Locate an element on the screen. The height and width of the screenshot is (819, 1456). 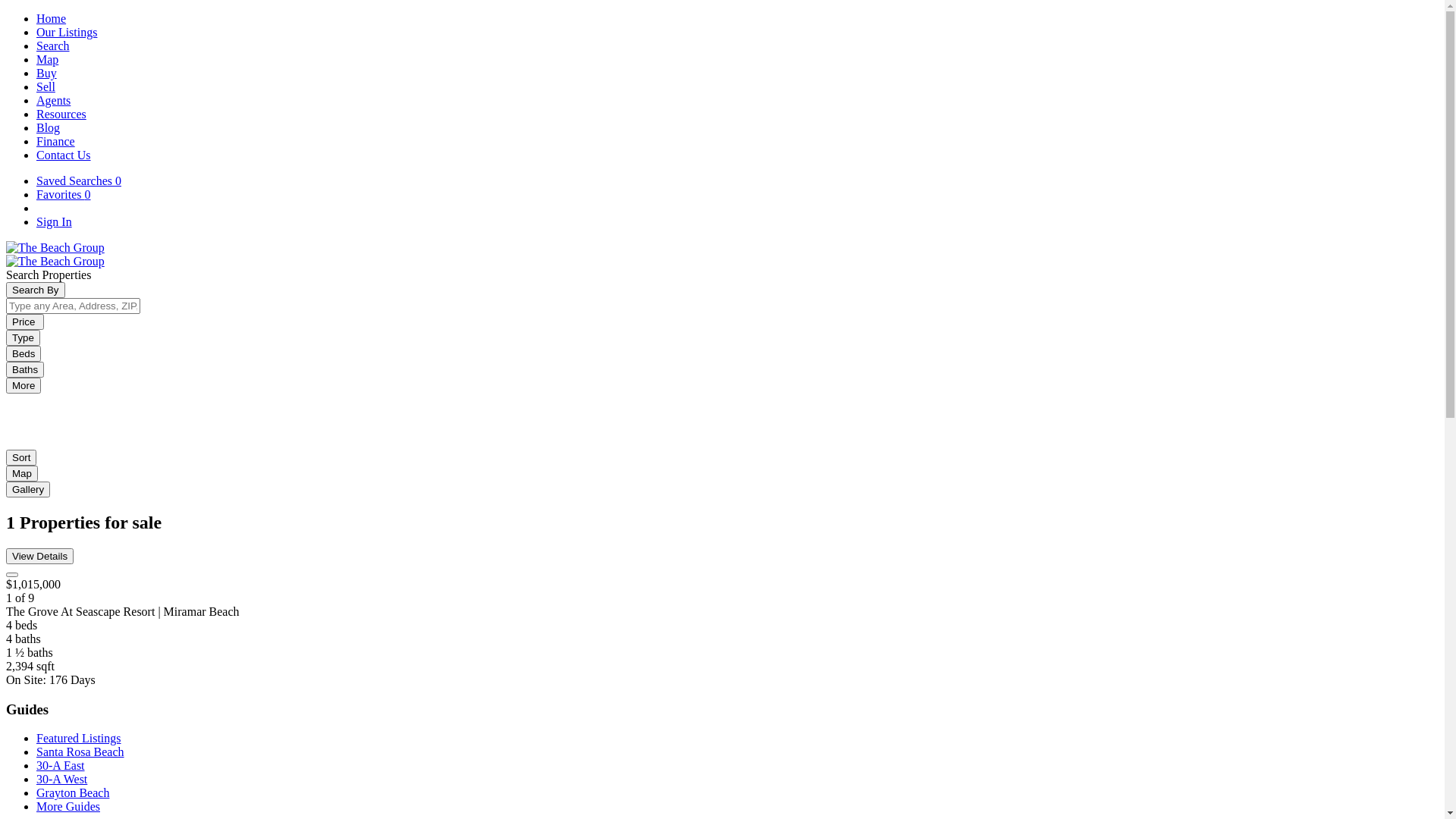
'30-A West' is located at coordinates (61, 779).